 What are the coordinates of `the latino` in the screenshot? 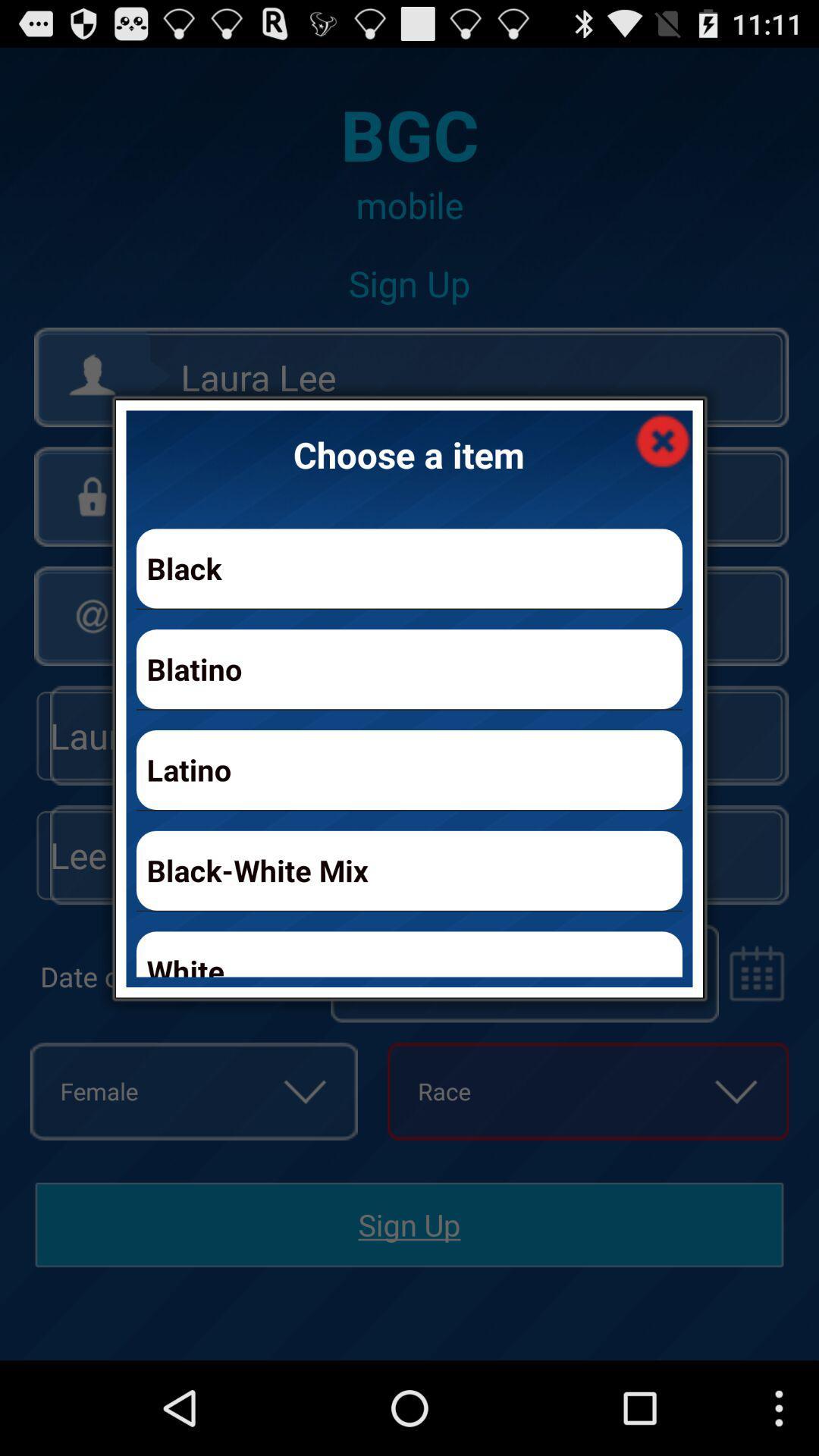 It's located at (409, 770).